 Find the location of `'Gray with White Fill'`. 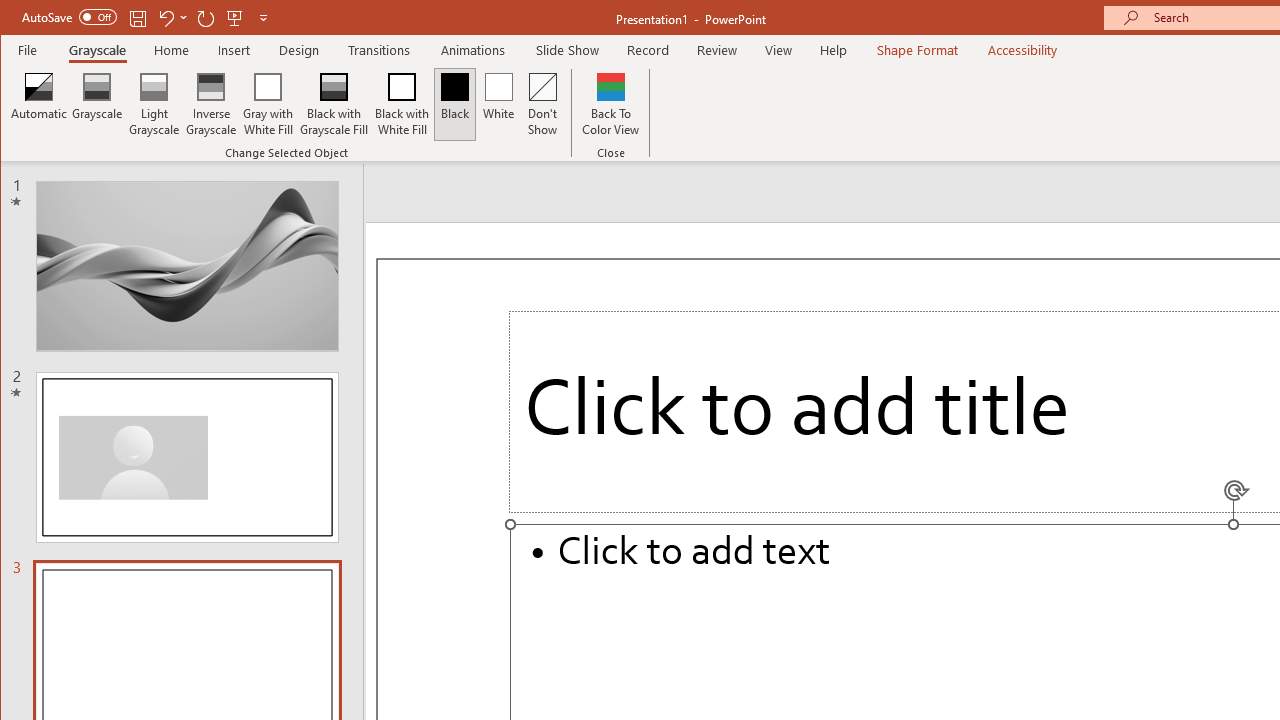

'Gray with White Fill' is located at coordinates (267, 104).